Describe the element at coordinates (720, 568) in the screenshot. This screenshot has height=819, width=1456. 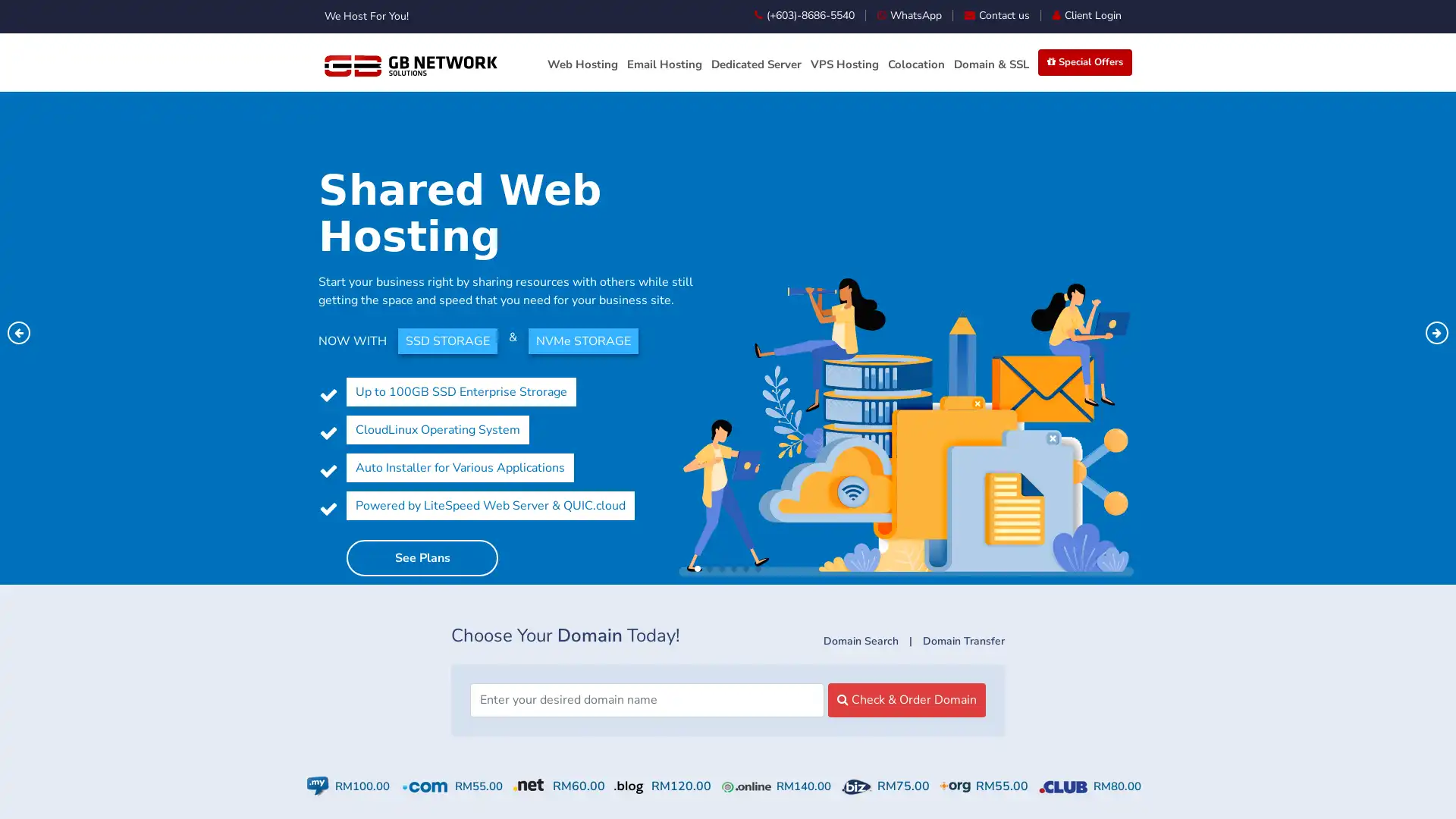
I see `Go to slide 3` at that location.